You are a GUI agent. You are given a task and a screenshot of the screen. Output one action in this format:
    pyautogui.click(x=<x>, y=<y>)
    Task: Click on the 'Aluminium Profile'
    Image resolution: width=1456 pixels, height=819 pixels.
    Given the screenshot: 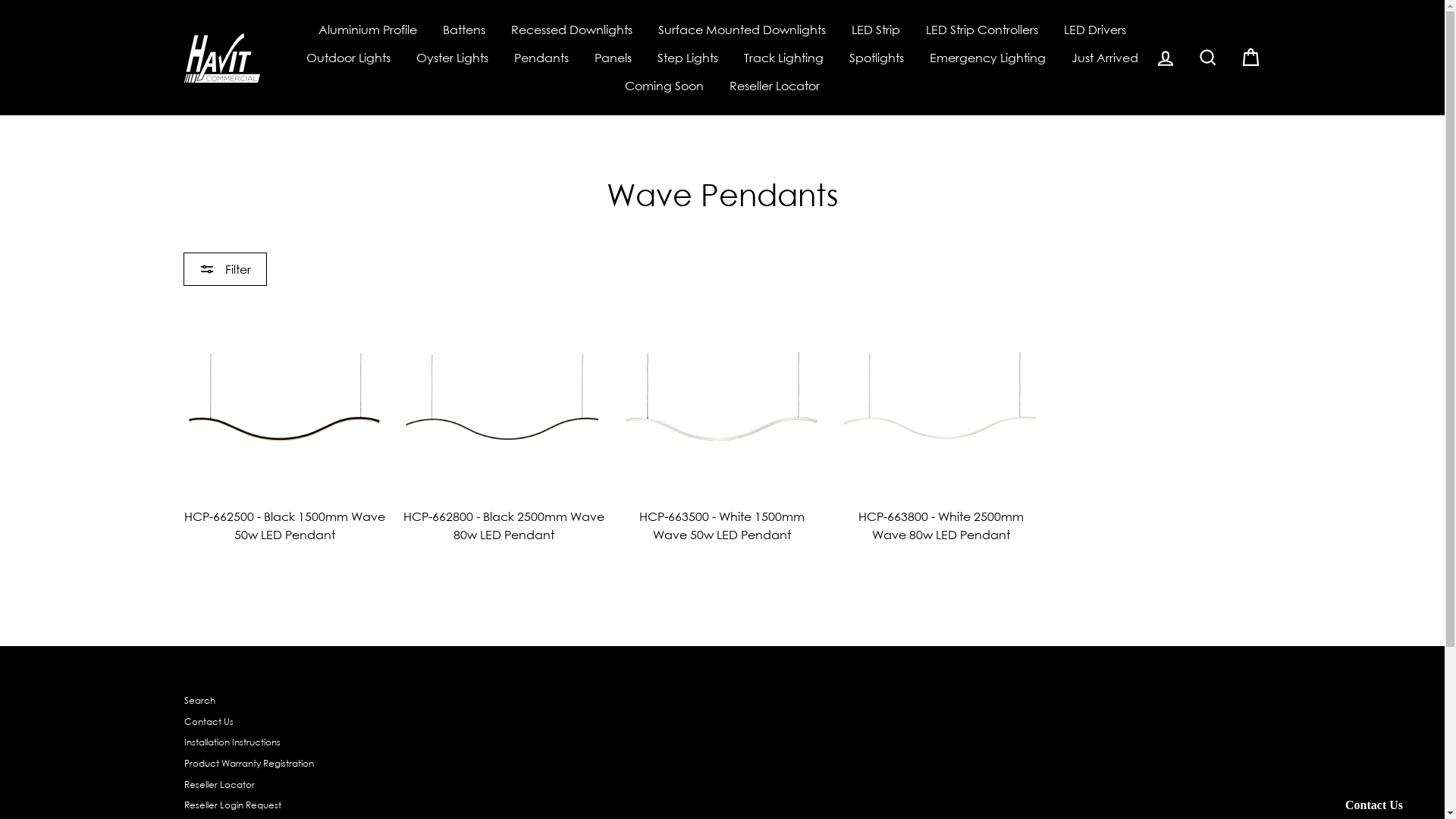 What is the action you would take?
    pyautogui.click(x=367, y=29)
    